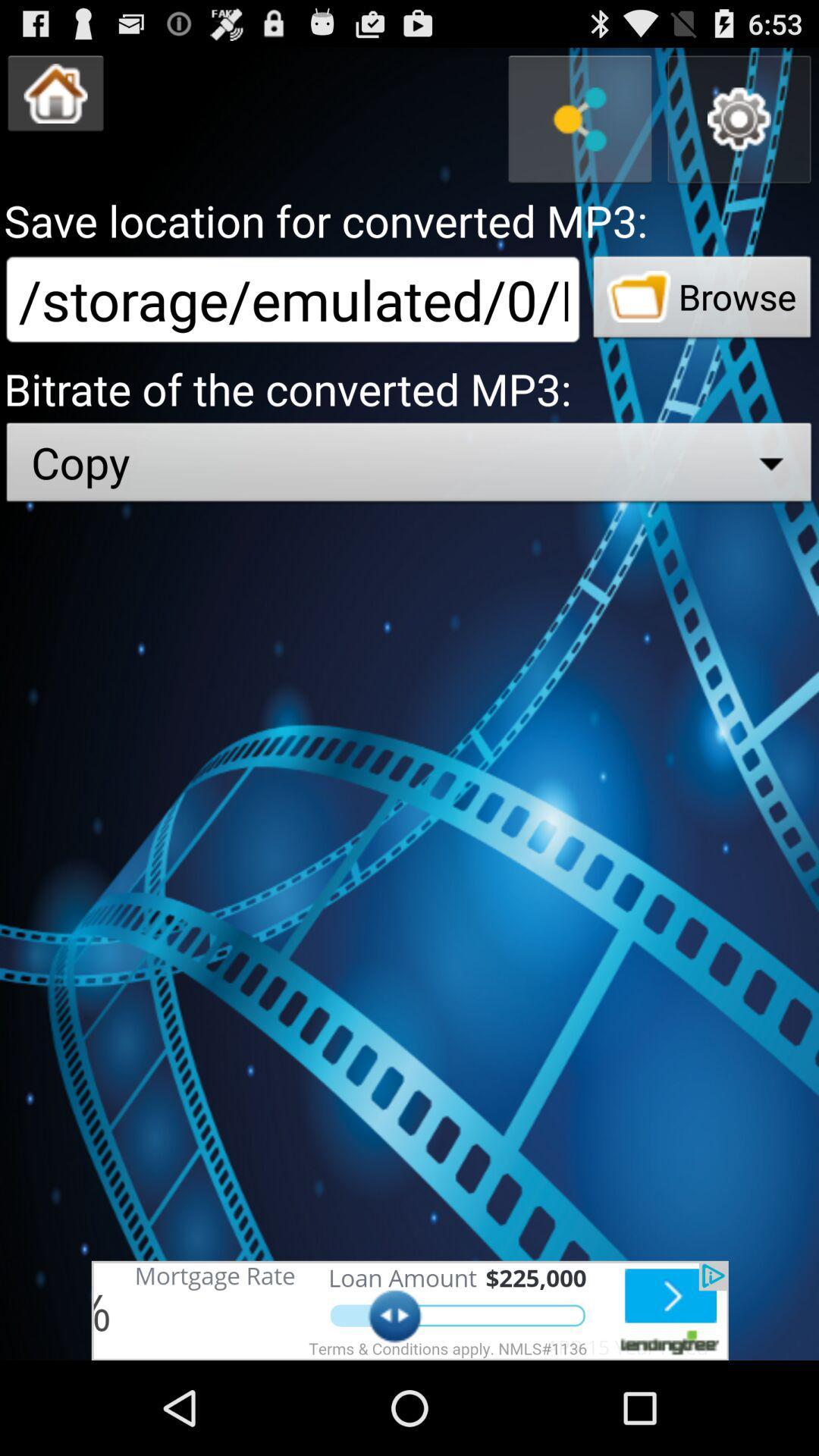 This screenshot has height=1456, width=819. What do you see at coordinates (739, 118) in the screenshot?
I see `settings option` at bounding box center [739, 118].